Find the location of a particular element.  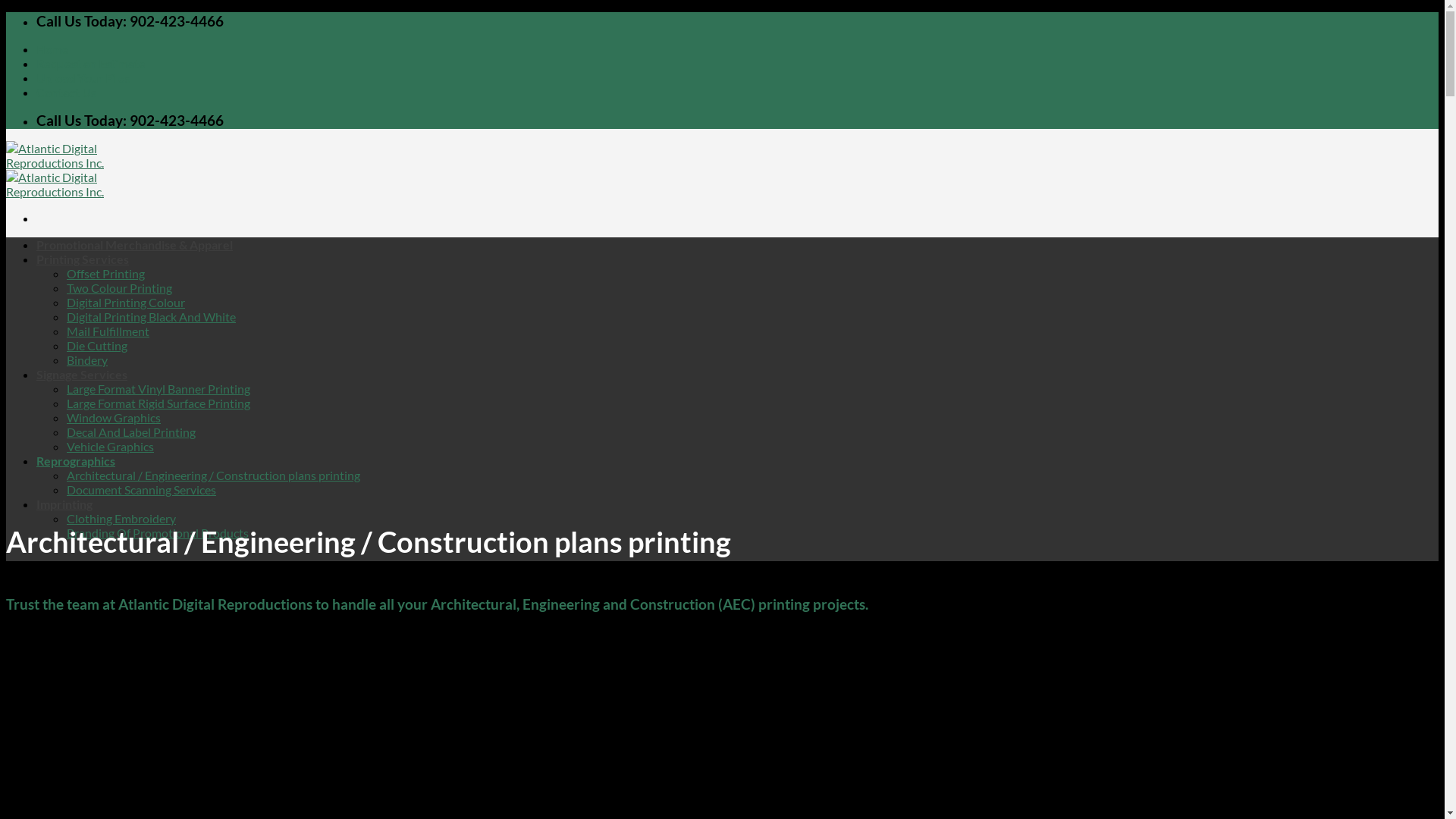

'Printing Services' is located at coordinates (82, 258).